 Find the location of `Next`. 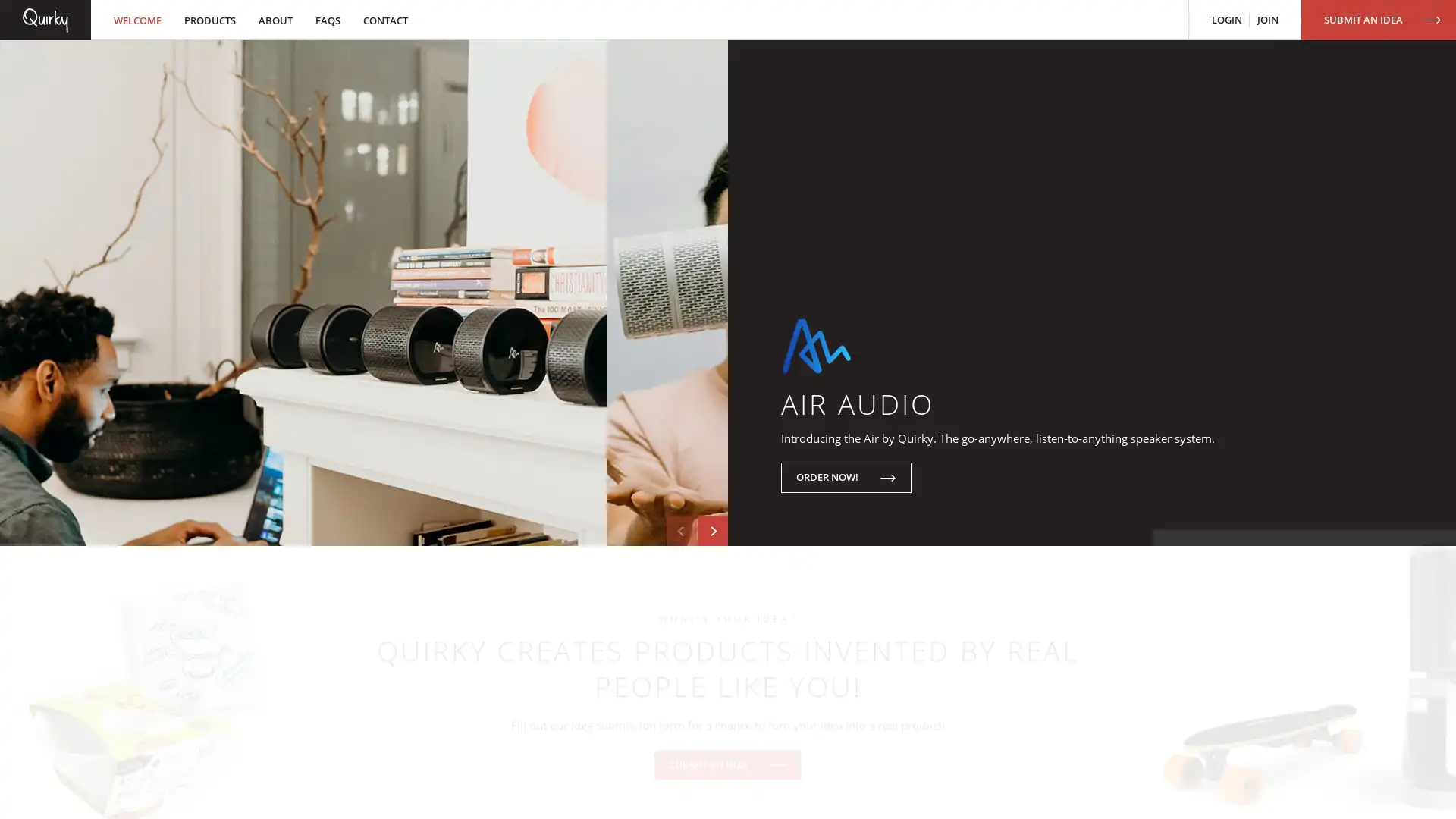

Next is located at coordinates (712, 632).